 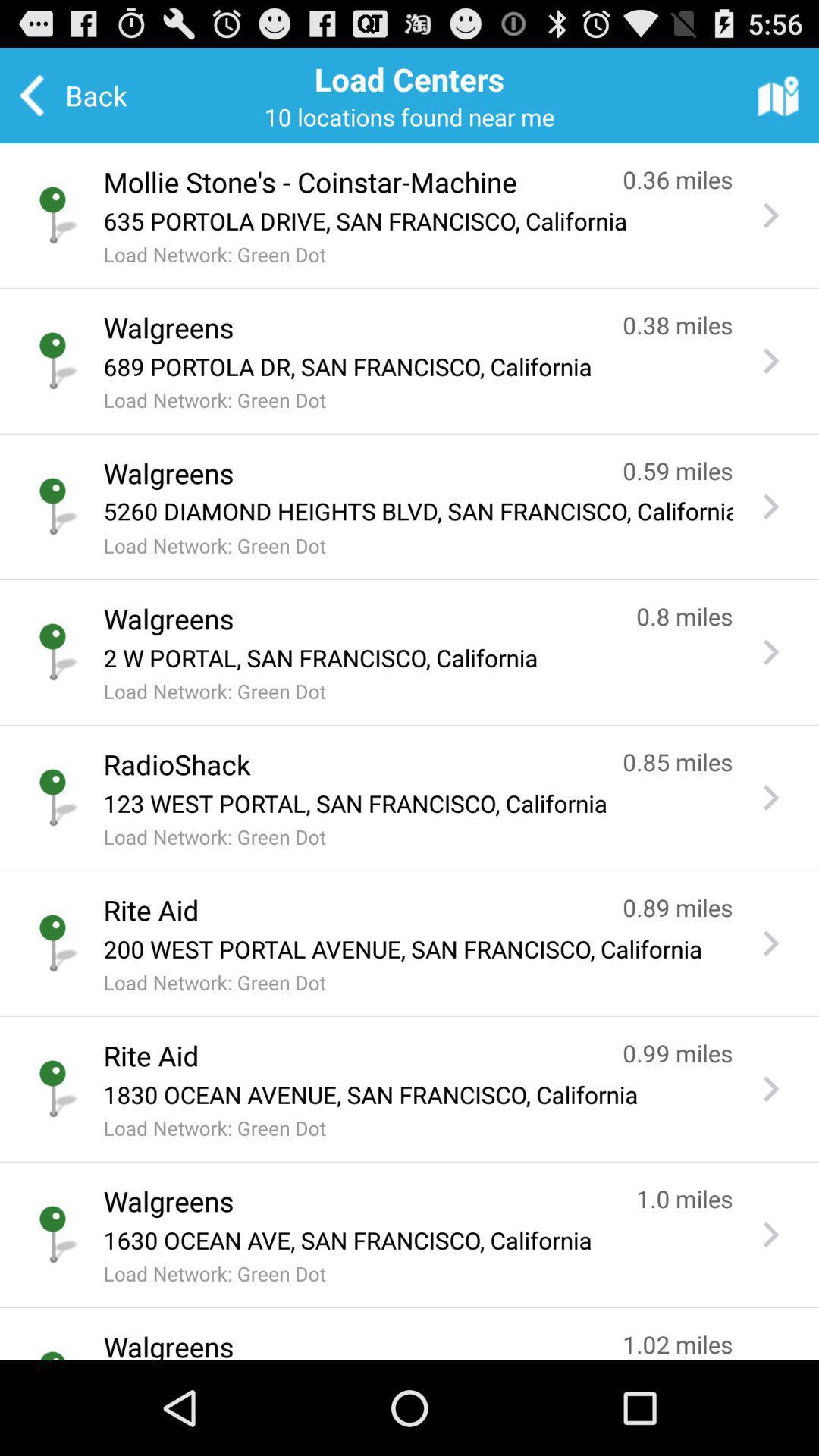 What do you see at coordinates (418, 512) in the screenshot?
I see `the 5260 diamond heights app` at bounding box center [418, 512].